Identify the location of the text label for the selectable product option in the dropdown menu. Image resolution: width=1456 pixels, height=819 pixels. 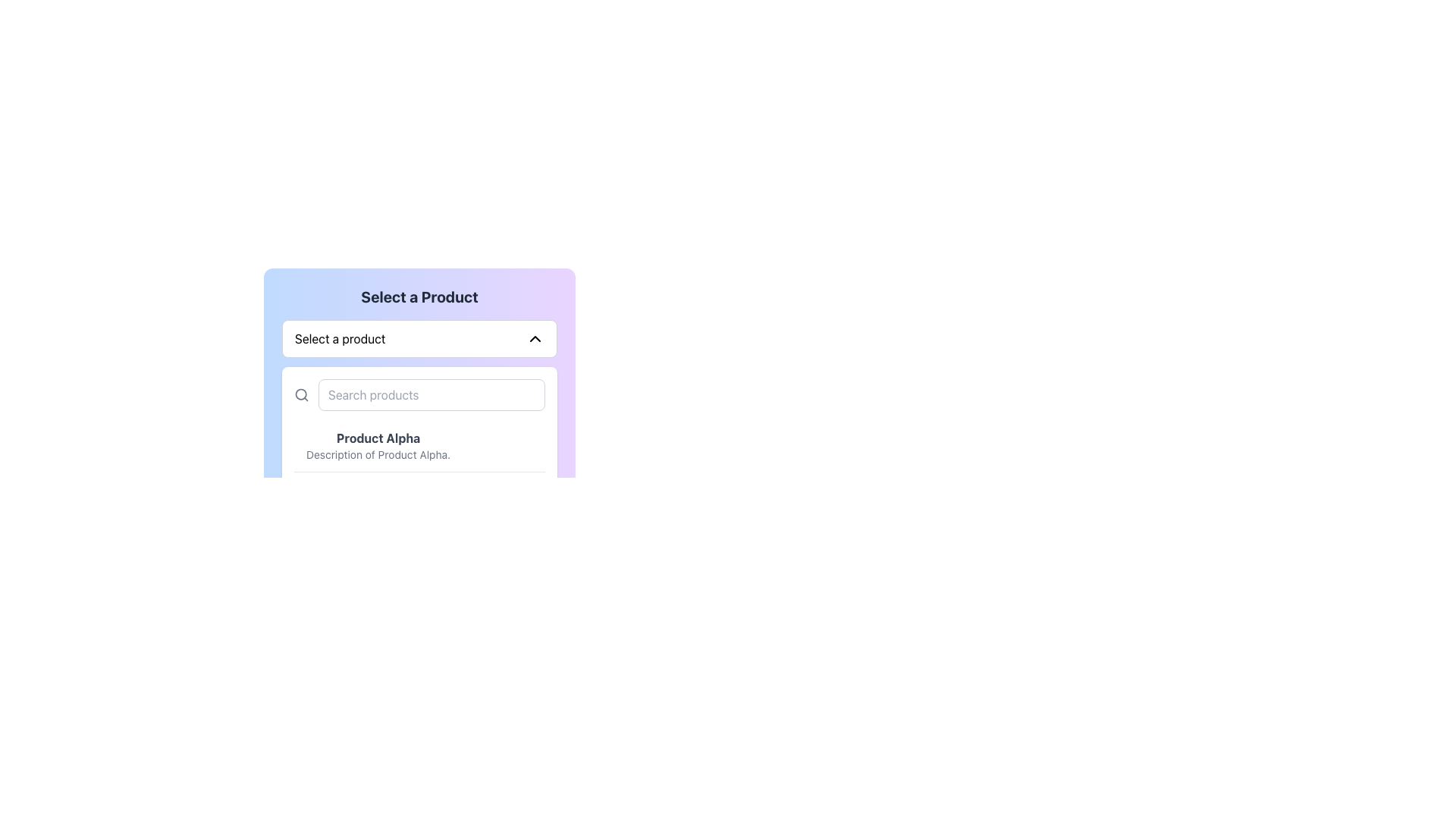
(378, 438).